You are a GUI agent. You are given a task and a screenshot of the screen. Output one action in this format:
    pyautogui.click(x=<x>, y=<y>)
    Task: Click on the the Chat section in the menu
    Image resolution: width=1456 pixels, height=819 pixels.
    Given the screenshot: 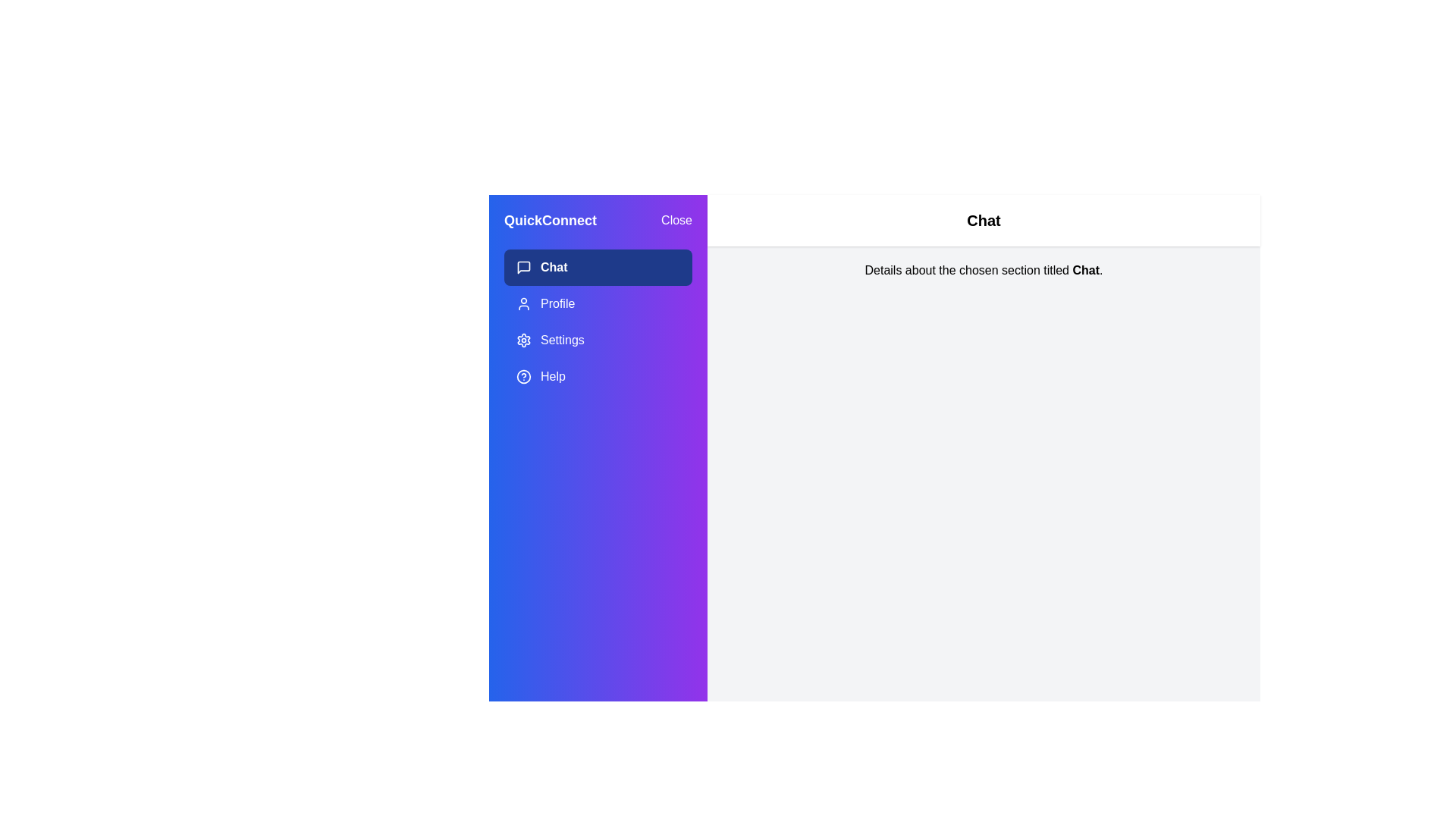 What is the action you would take?
    pyautogui.click(x=597, y=267)
    